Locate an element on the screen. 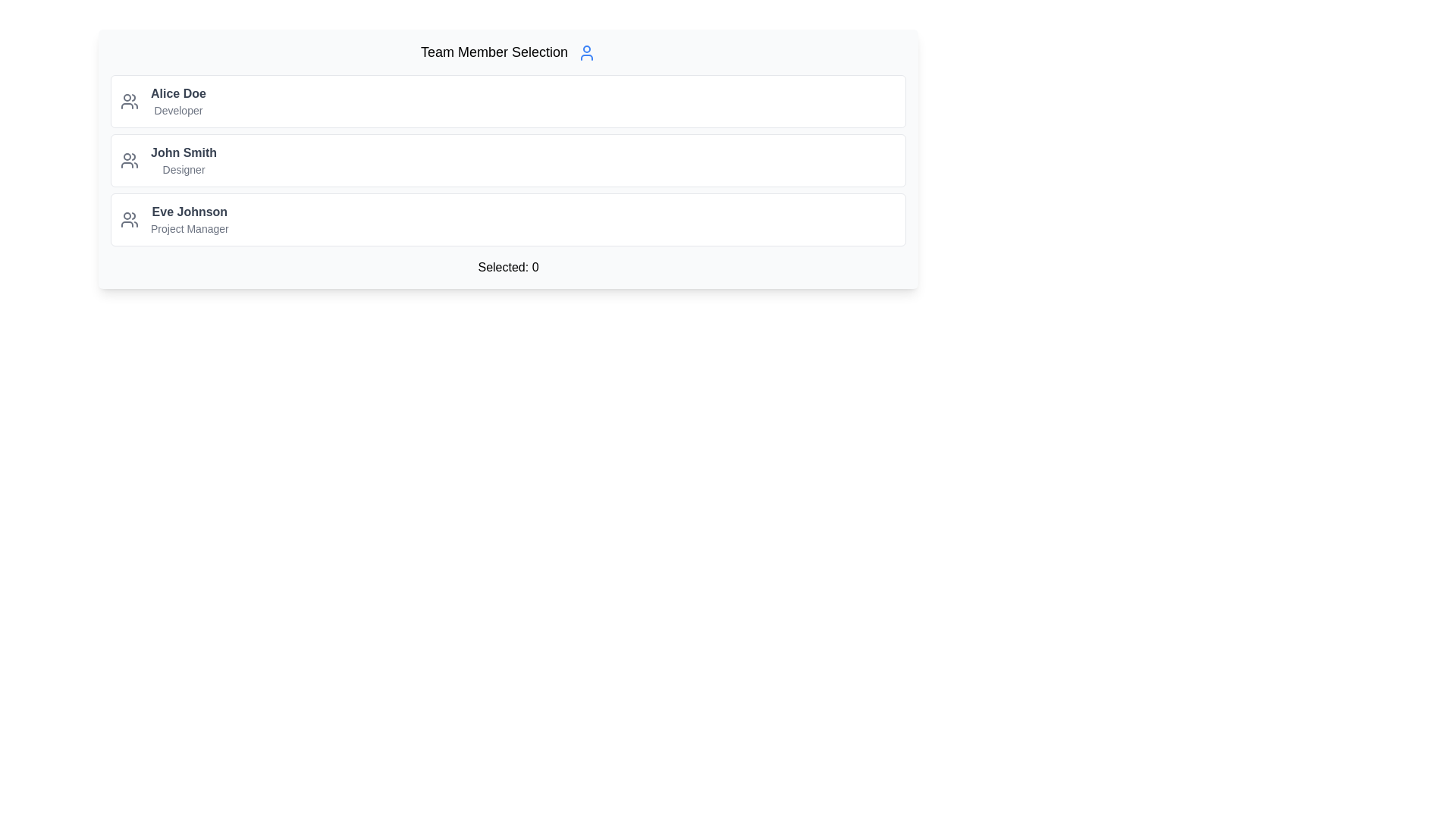 This screenshot has height=819, width=1456. the text label 'Eve Johnson', which is the first line in a list of team members styled in bold gray font is located at coordinates (189, 212).